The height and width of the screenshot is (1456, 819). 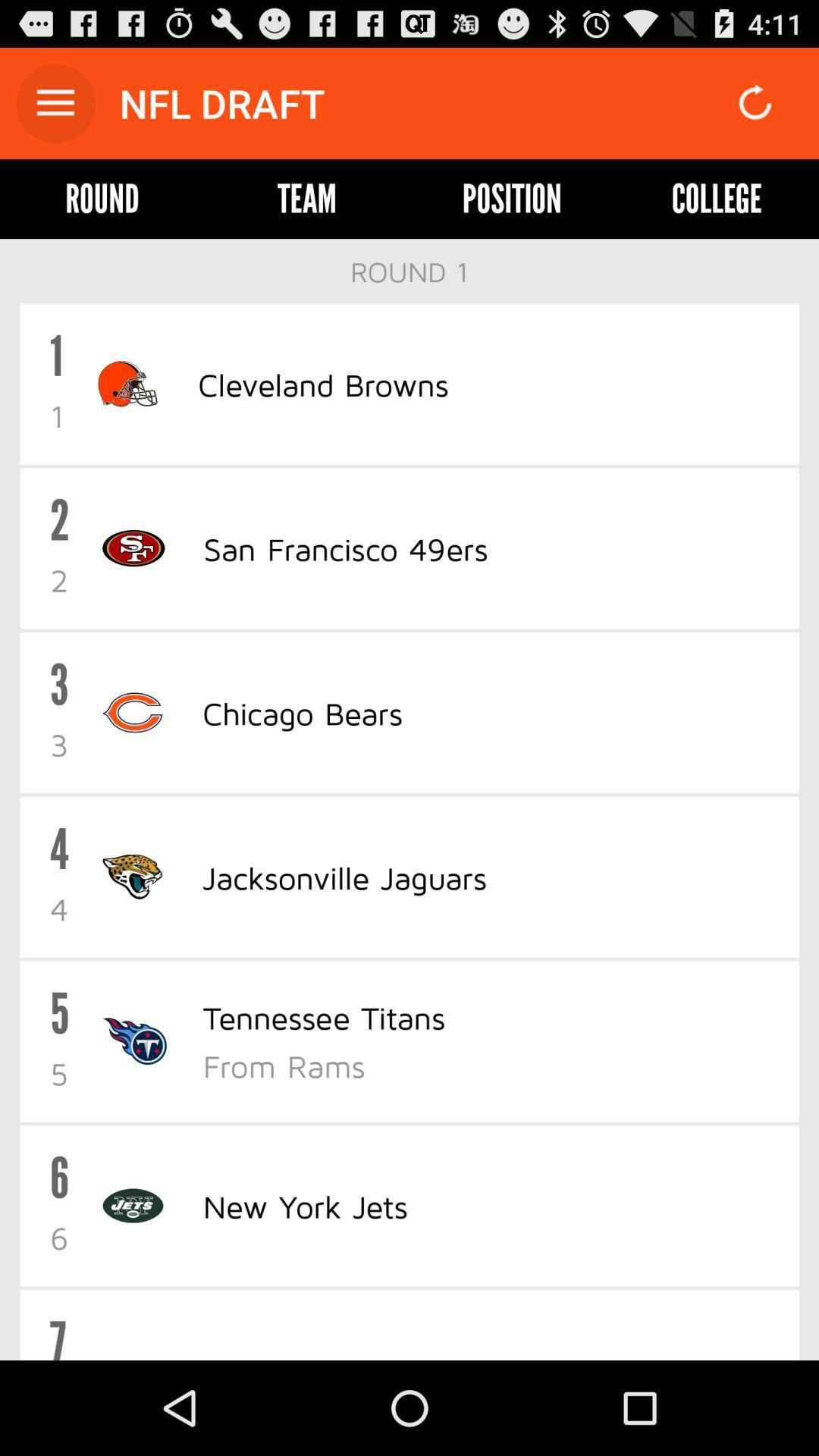 What do you see at coordinates (512, 198) in the screenshot?
I see `icon to the left of college` at bounding box center [512, 198].